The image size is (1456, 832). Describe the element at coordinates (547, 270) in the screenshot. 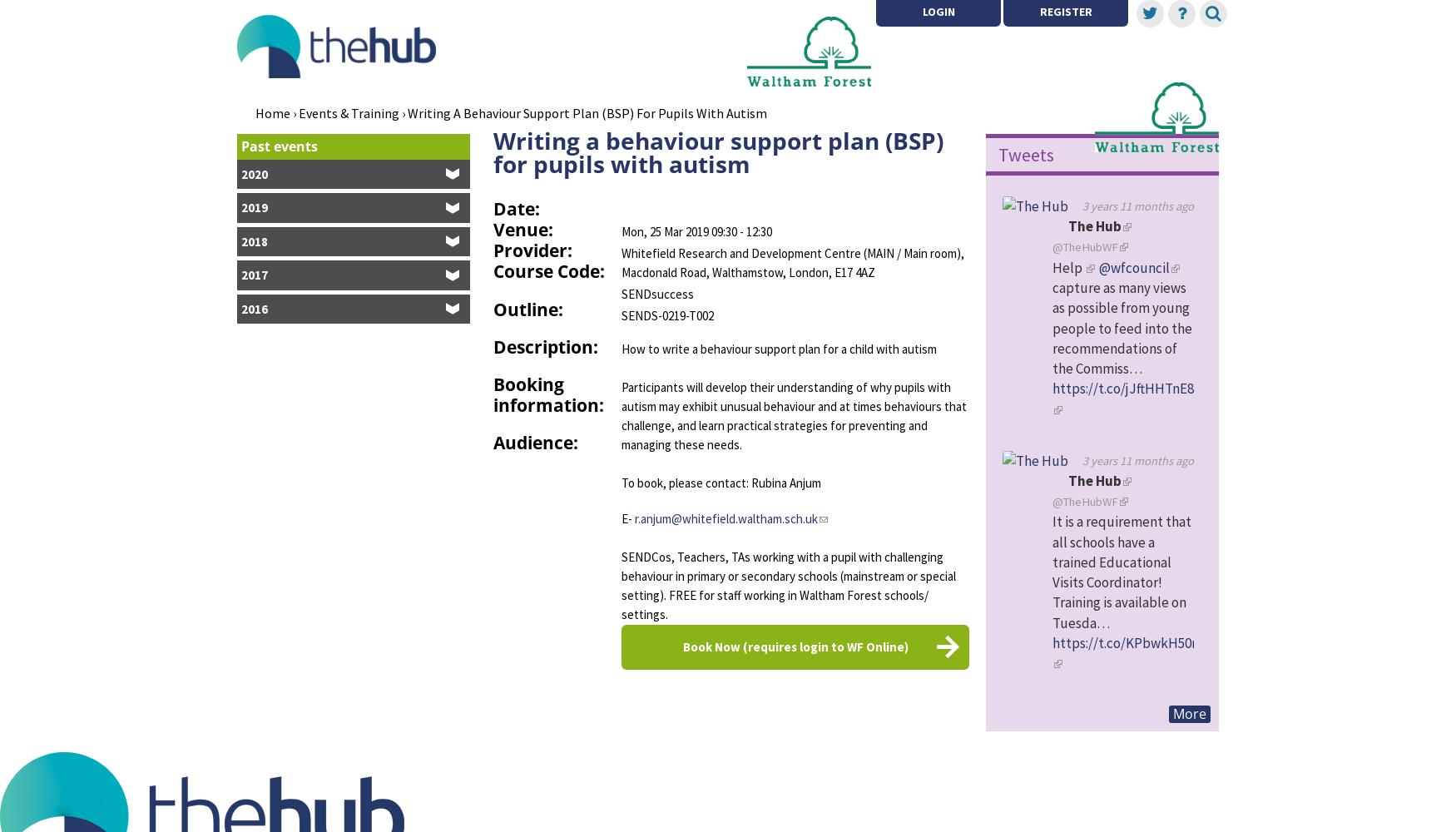

I see `'Course Code:'` at that location.